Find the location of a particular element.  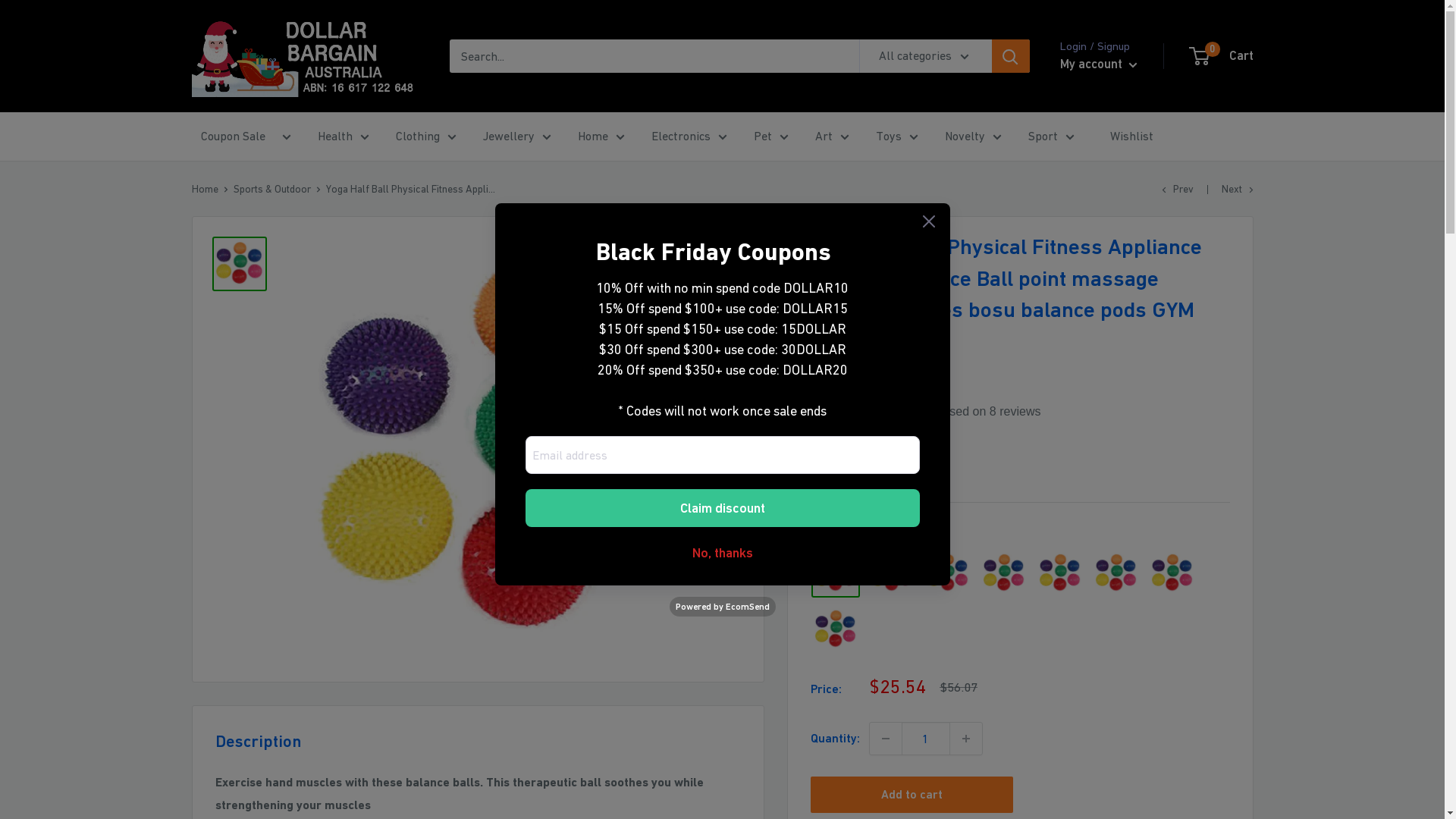

'Novelty' is located at coordinates (973, 136).